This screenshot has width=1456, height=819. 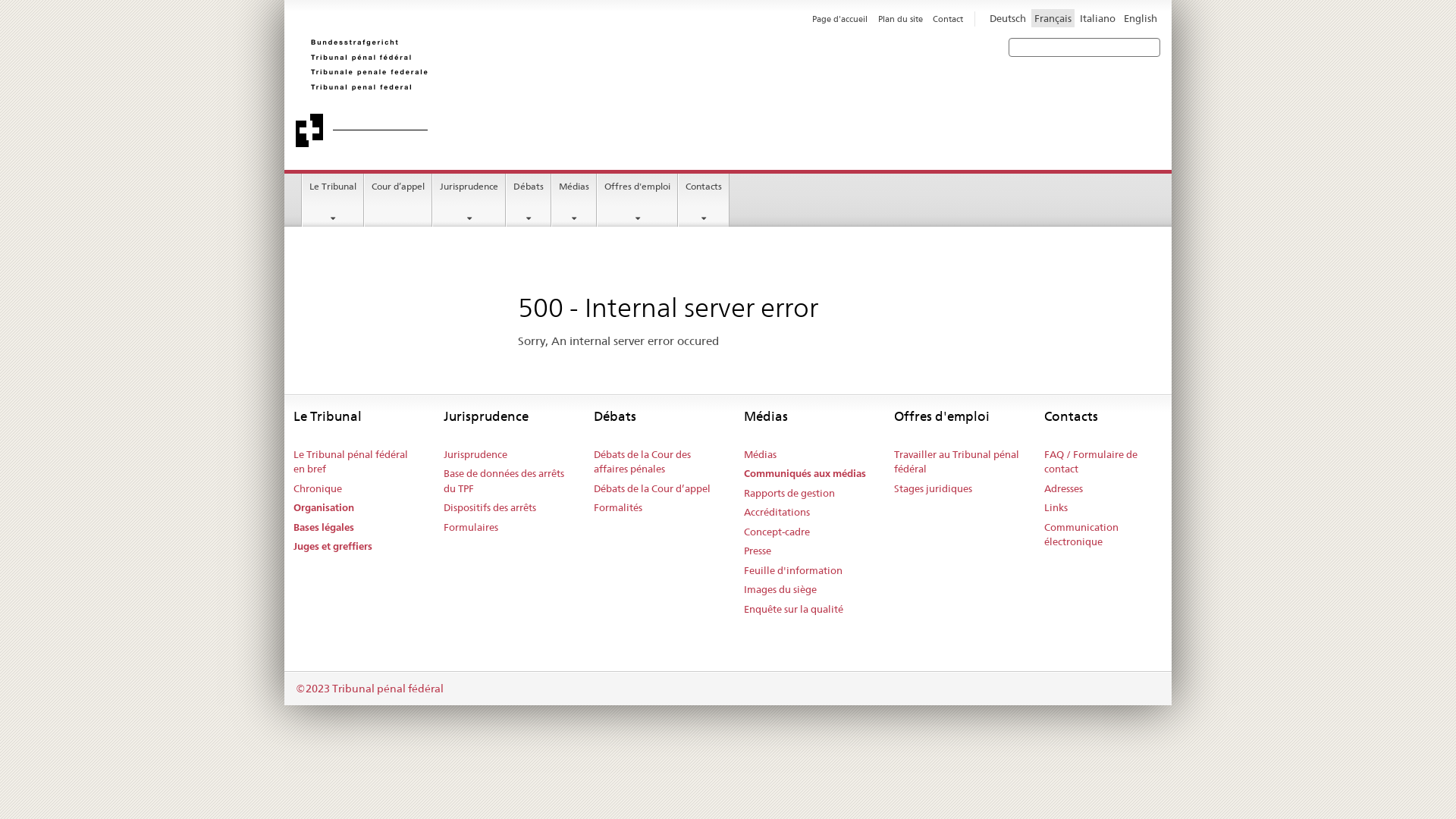 I want to click on 'Jurisprudence', so click(x=432, y=199).